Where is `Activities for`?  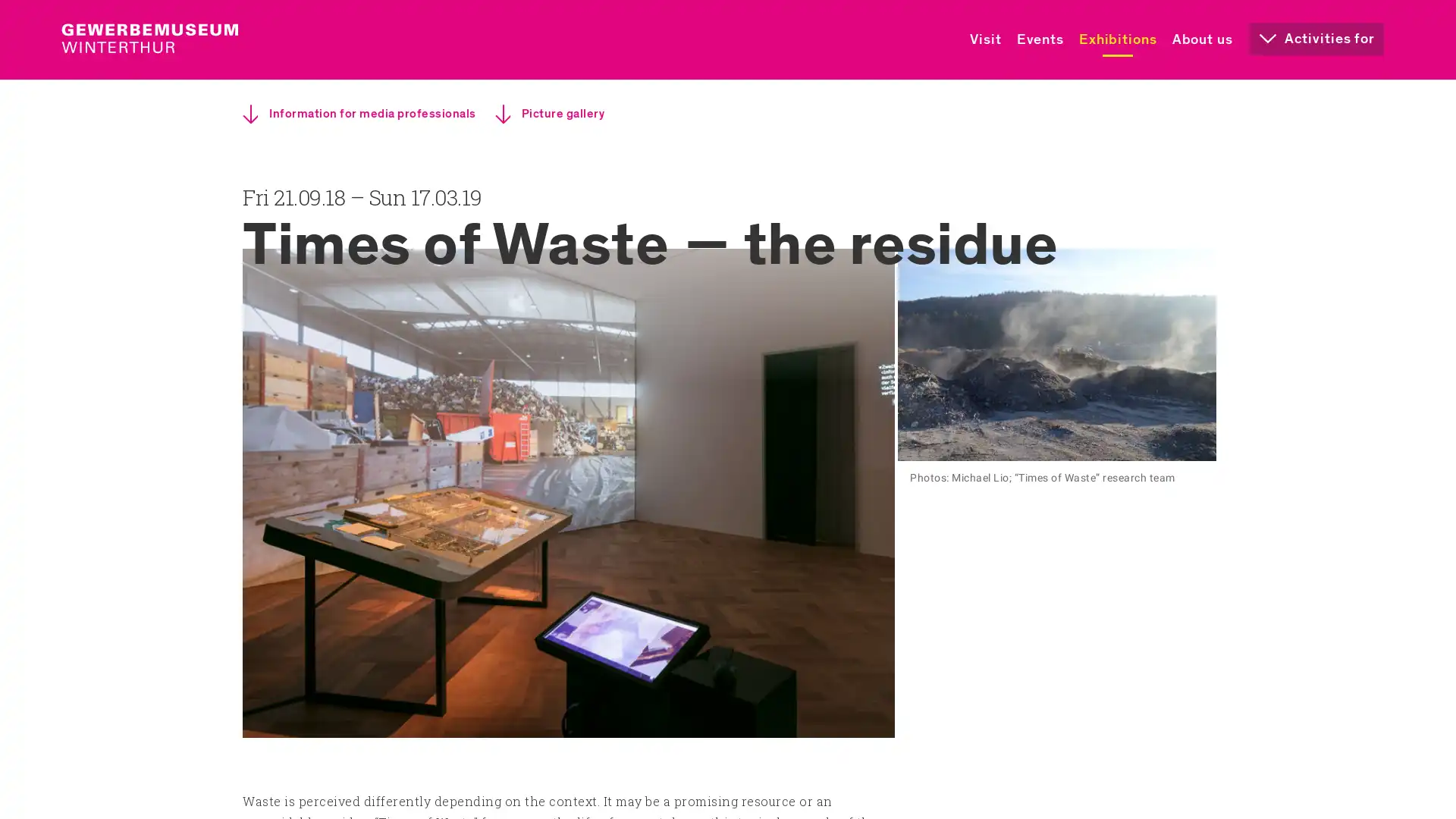 Activities for is located at coordinates (1316, 38).